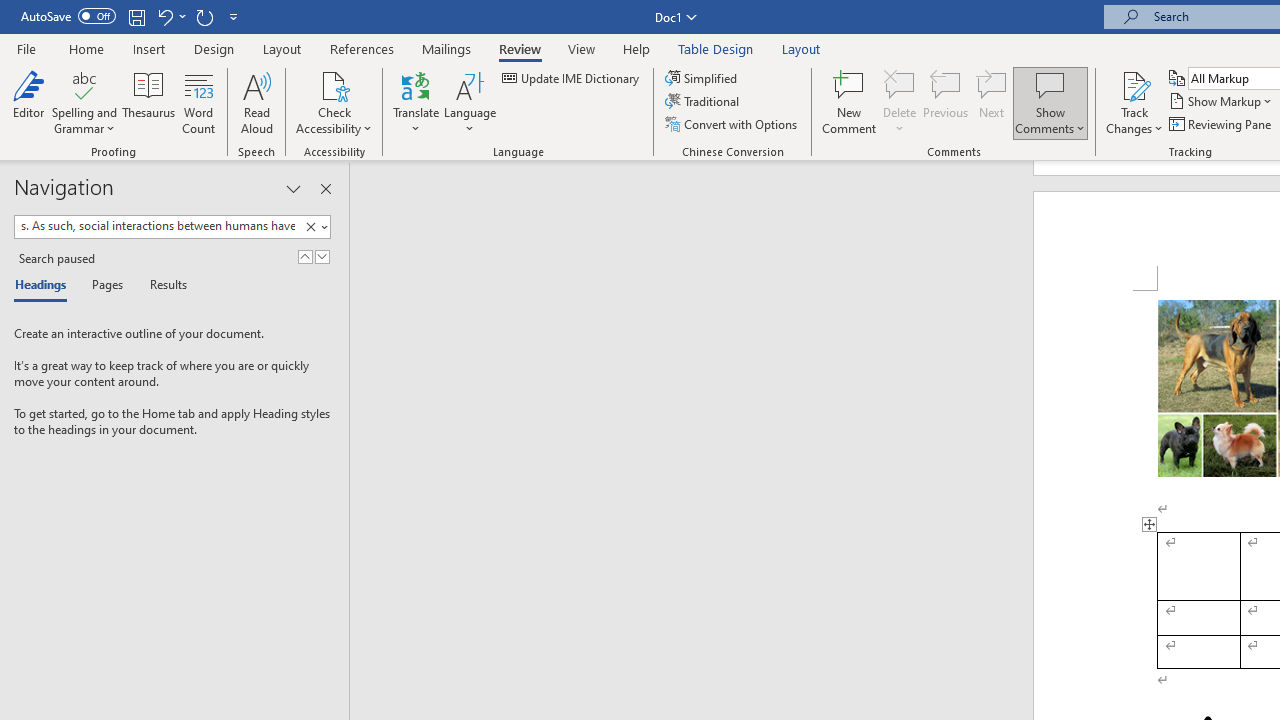 The height and width of the screenshot is (720, 1280). What do you see at coordinates (571, 77) in the screenshot?
I see `'Update IME Dictionary...'` at bounding box center [571, 77].